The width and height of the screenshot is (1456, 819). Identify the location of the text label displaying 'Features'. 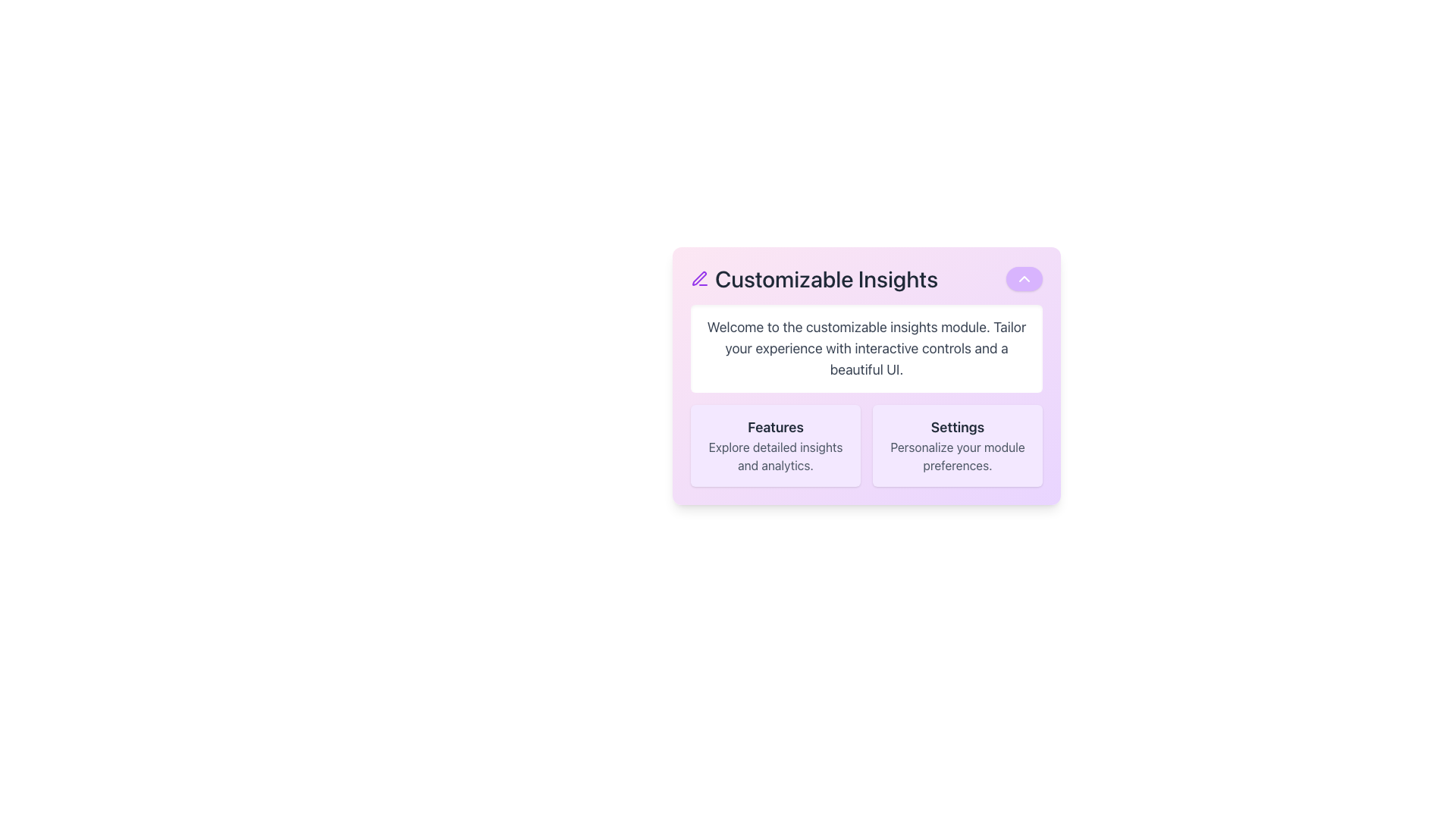
(775, 427).